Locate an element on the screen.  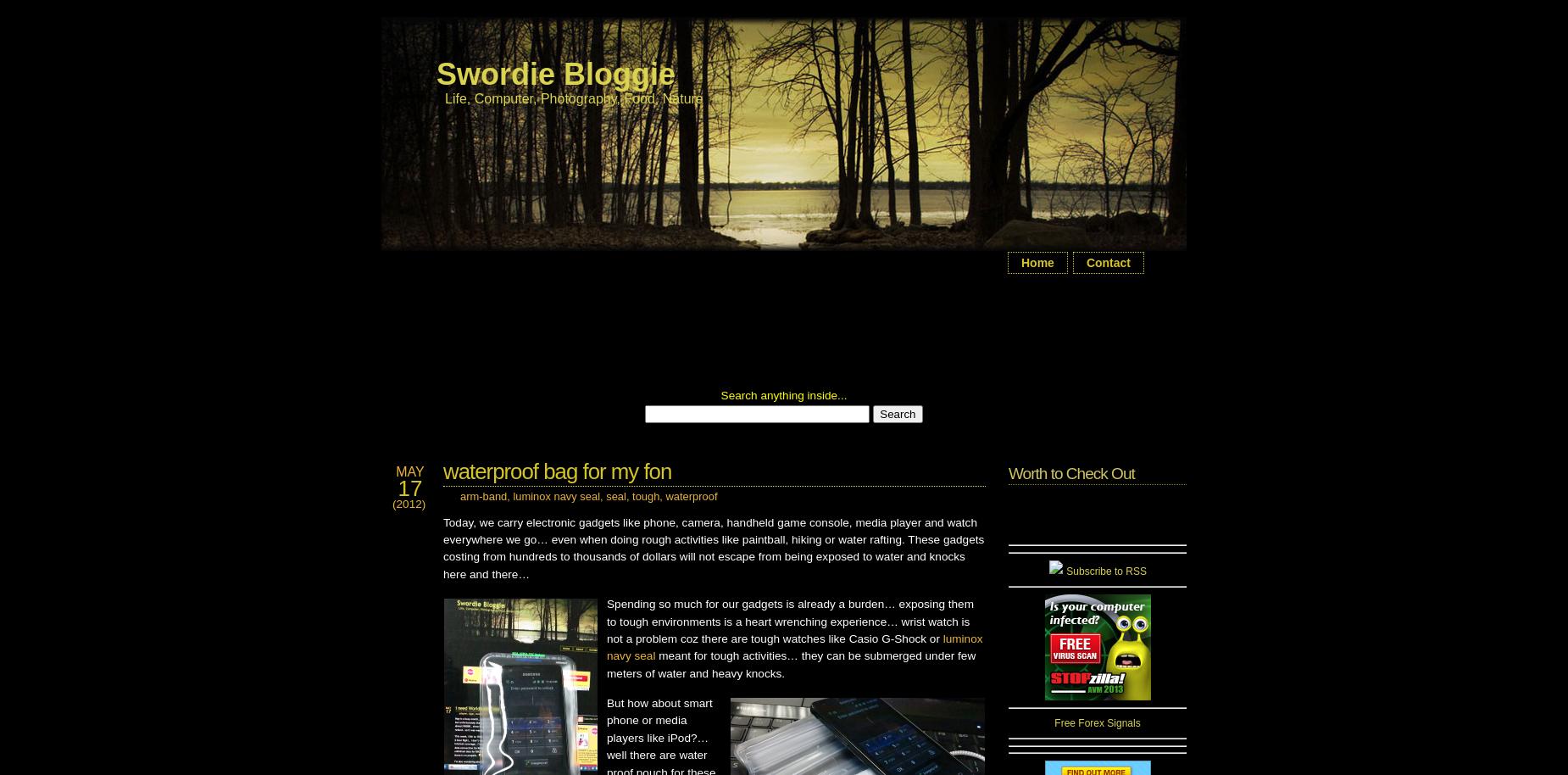
'Worth to Check Out' is located at coordinates (1070, 473).